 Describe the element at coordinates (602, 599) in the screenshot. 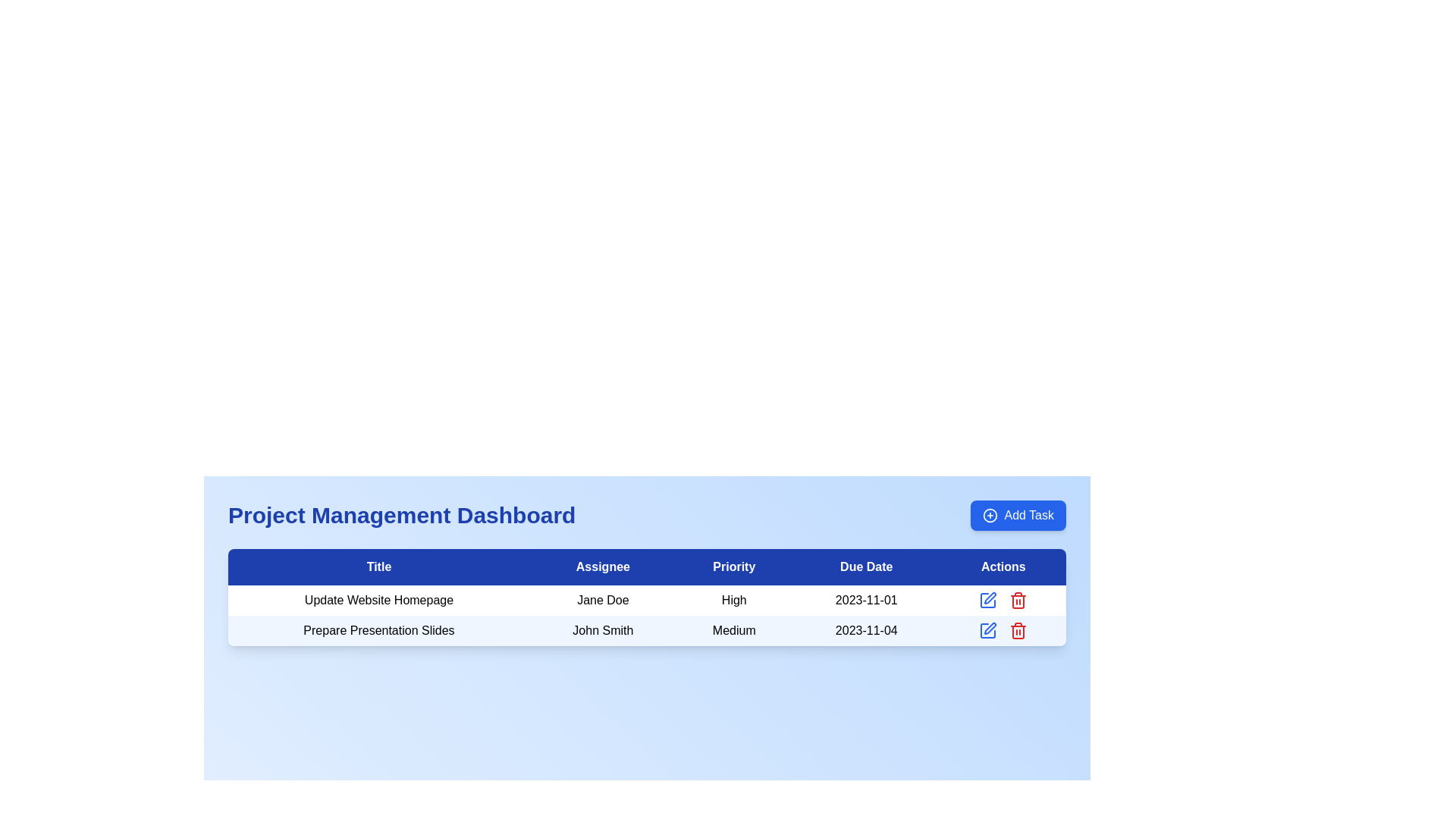

I see `the text label displaying 'Jane Doe' in the data table row labeled 'Update Website Homepage'` at that location.